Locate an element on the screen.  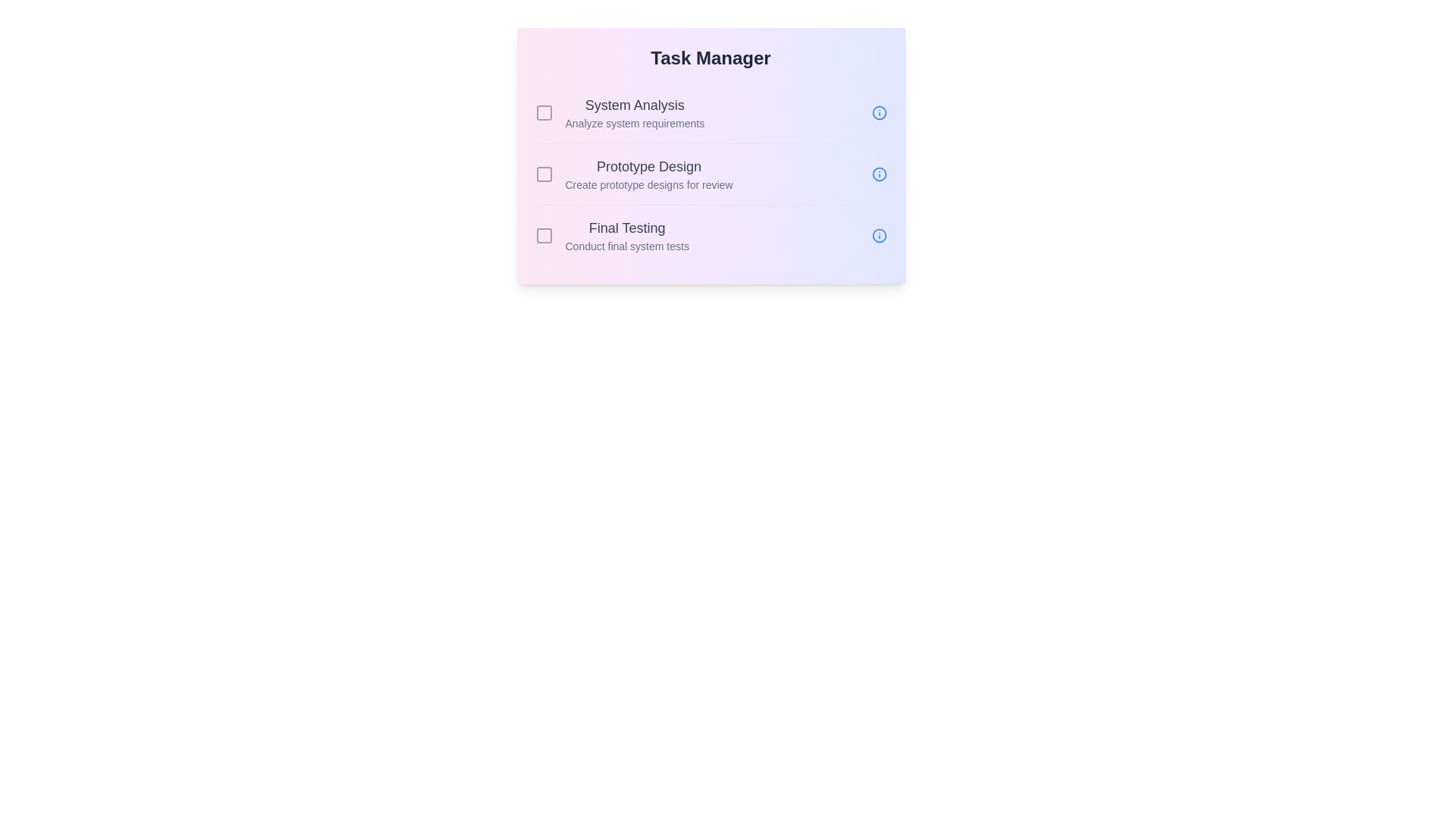
information icon for the task Final Testing is located at coordinates (879, 236).